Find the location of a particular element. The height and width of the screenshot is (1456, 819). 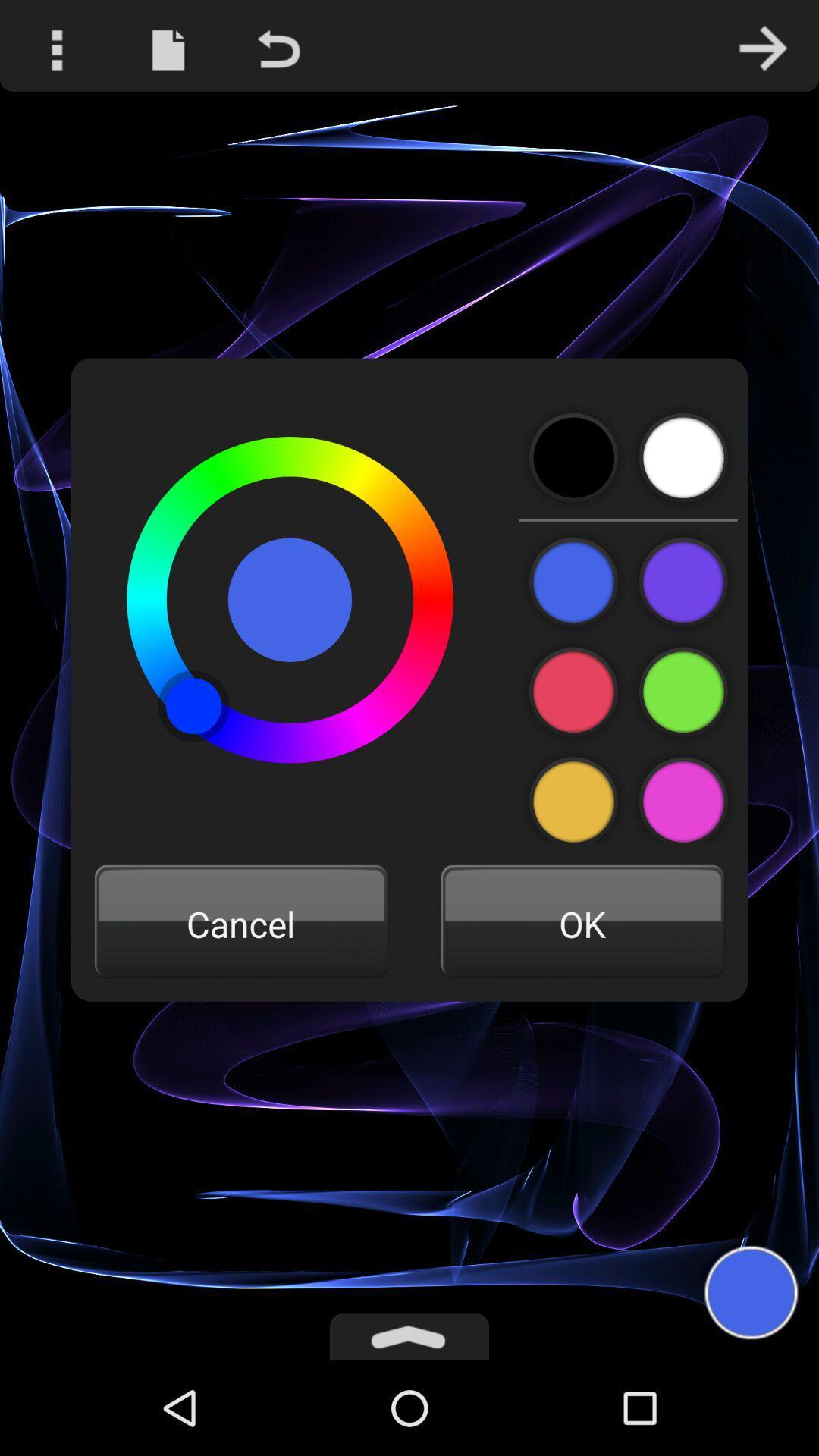

the color is located at coordinates (683, 794).